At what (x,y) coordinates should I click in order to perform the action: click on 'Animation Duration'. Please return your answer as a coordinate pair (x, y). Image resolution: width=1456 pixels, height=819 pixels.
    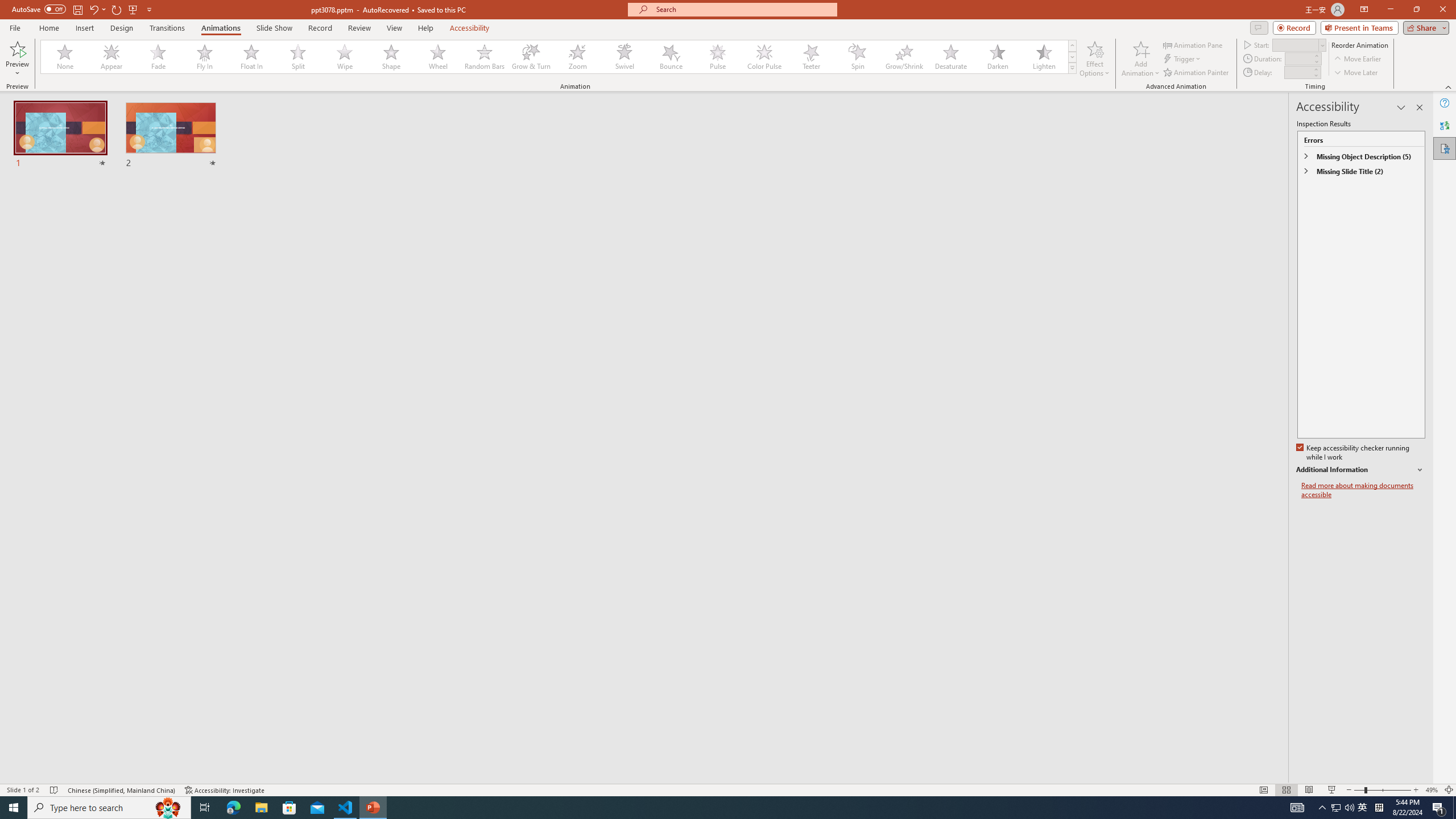
    Looking at the image, I should click on (1298, 58).